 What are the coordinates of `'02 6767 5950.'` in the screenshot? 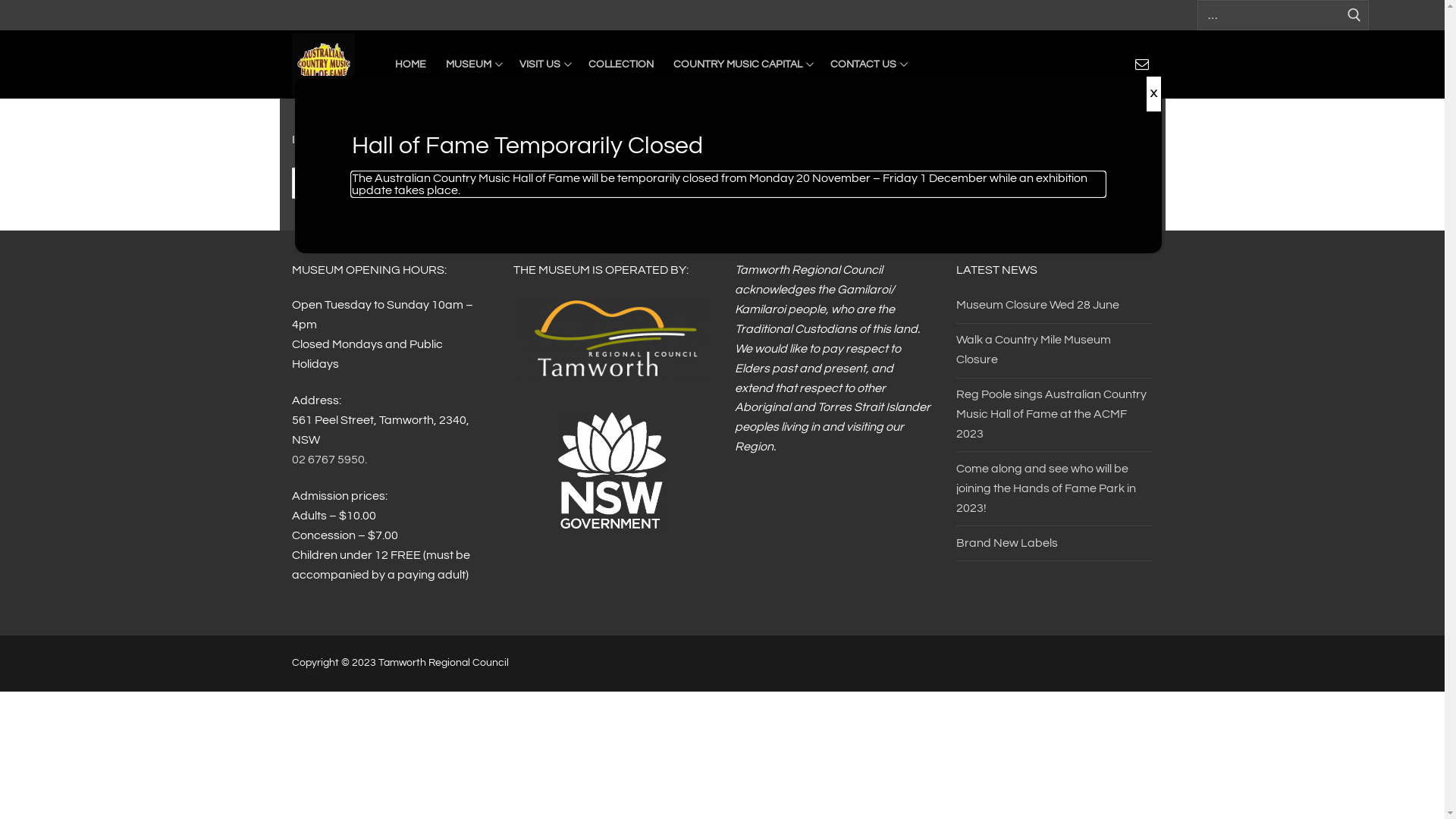 It's located at (328, 458).